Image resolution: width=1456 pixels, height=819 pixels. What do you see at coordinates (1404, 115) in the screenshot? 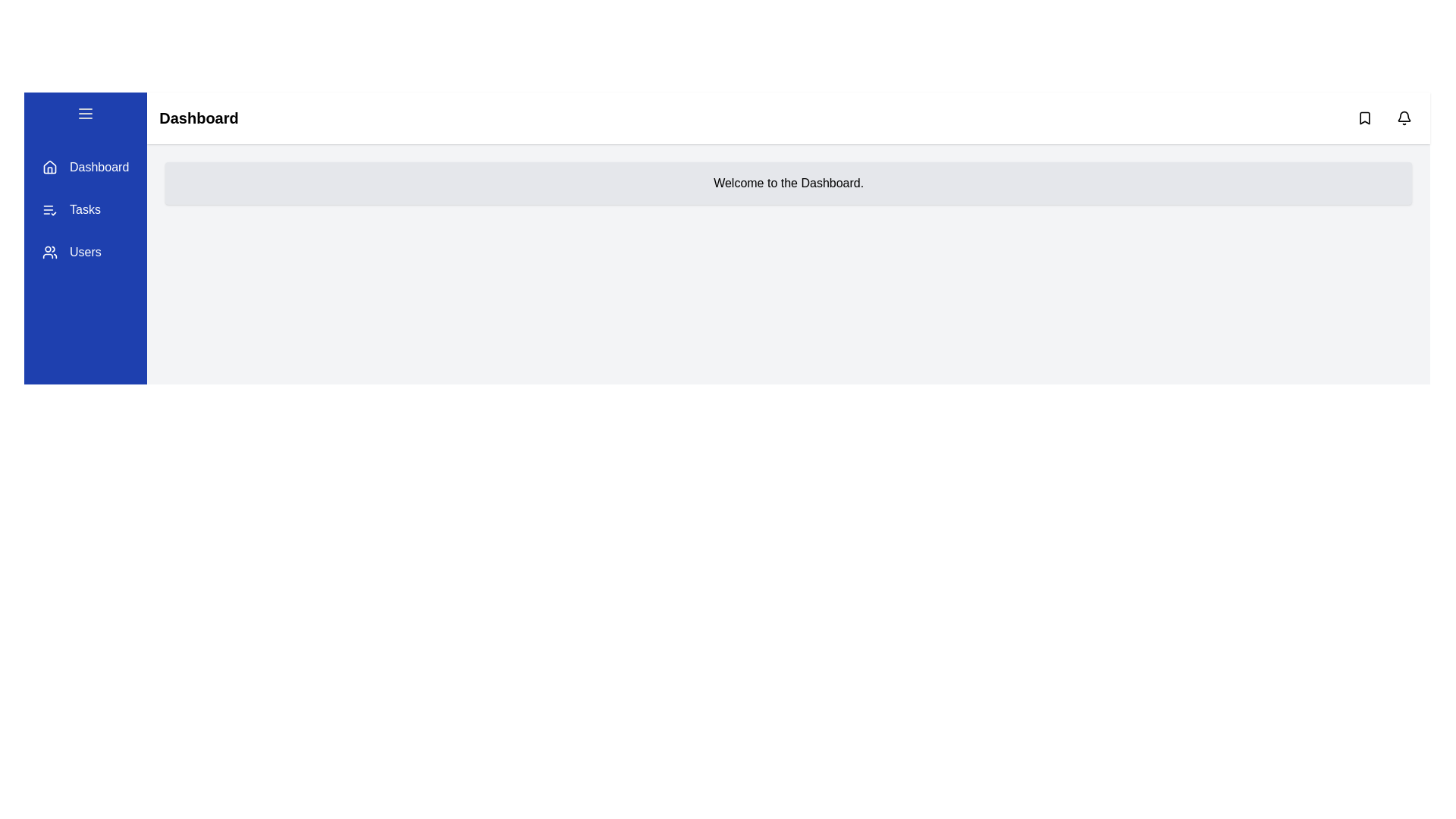
I see `the bell-shaped notification icon located in the top-right corner of the interface by clicking on its center` at bounding box center [1404, 115].